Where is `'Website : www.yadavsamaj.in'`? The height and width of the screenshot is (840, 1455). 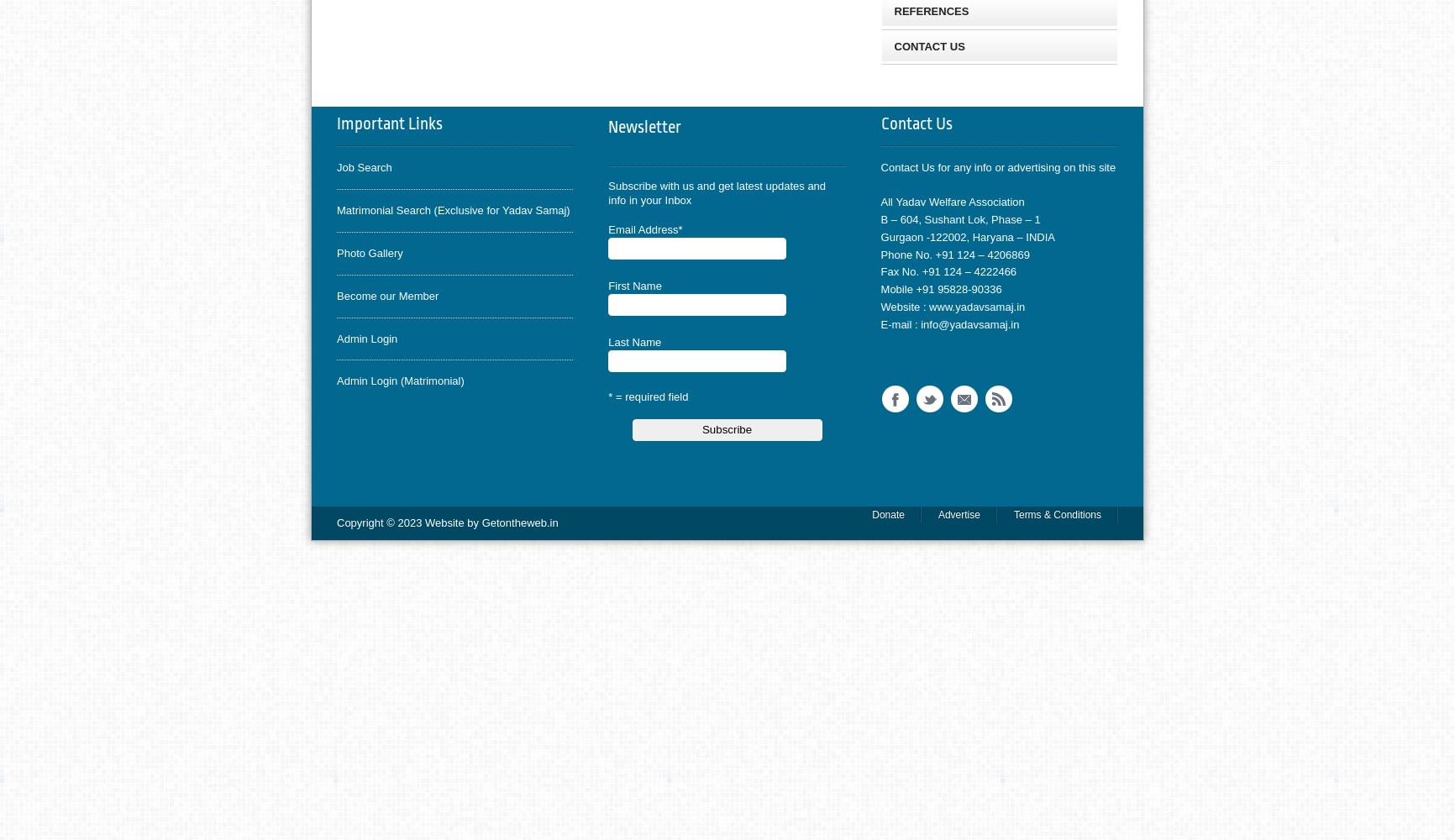 'Website : www.yadavsamaj.in' is located at coordinates (951, 305).